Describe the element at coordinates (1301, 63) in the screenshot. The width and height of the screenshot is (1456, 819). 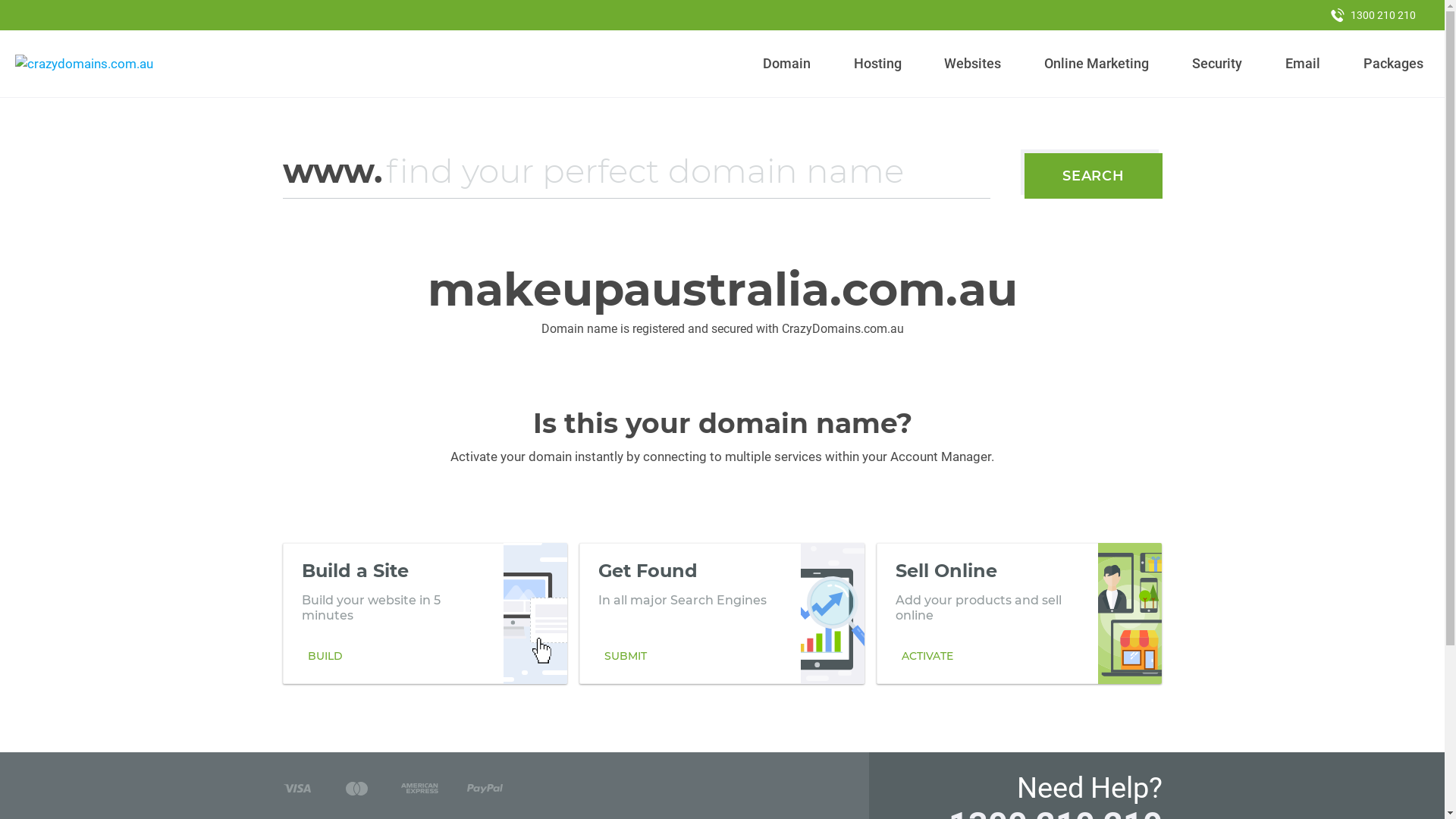
I see `'Email'` at that location.